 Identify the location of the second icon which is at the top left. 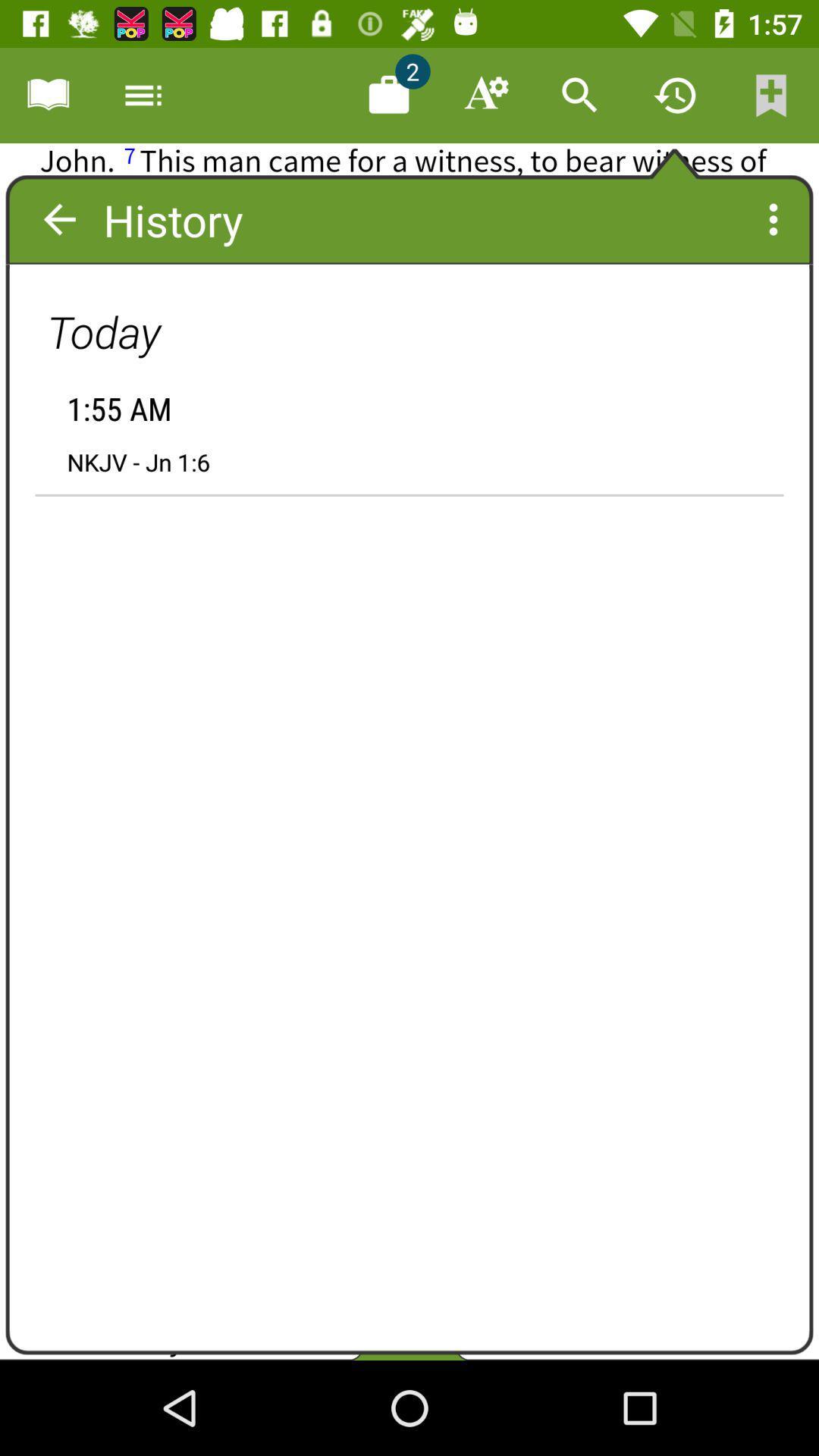
(143, 94).